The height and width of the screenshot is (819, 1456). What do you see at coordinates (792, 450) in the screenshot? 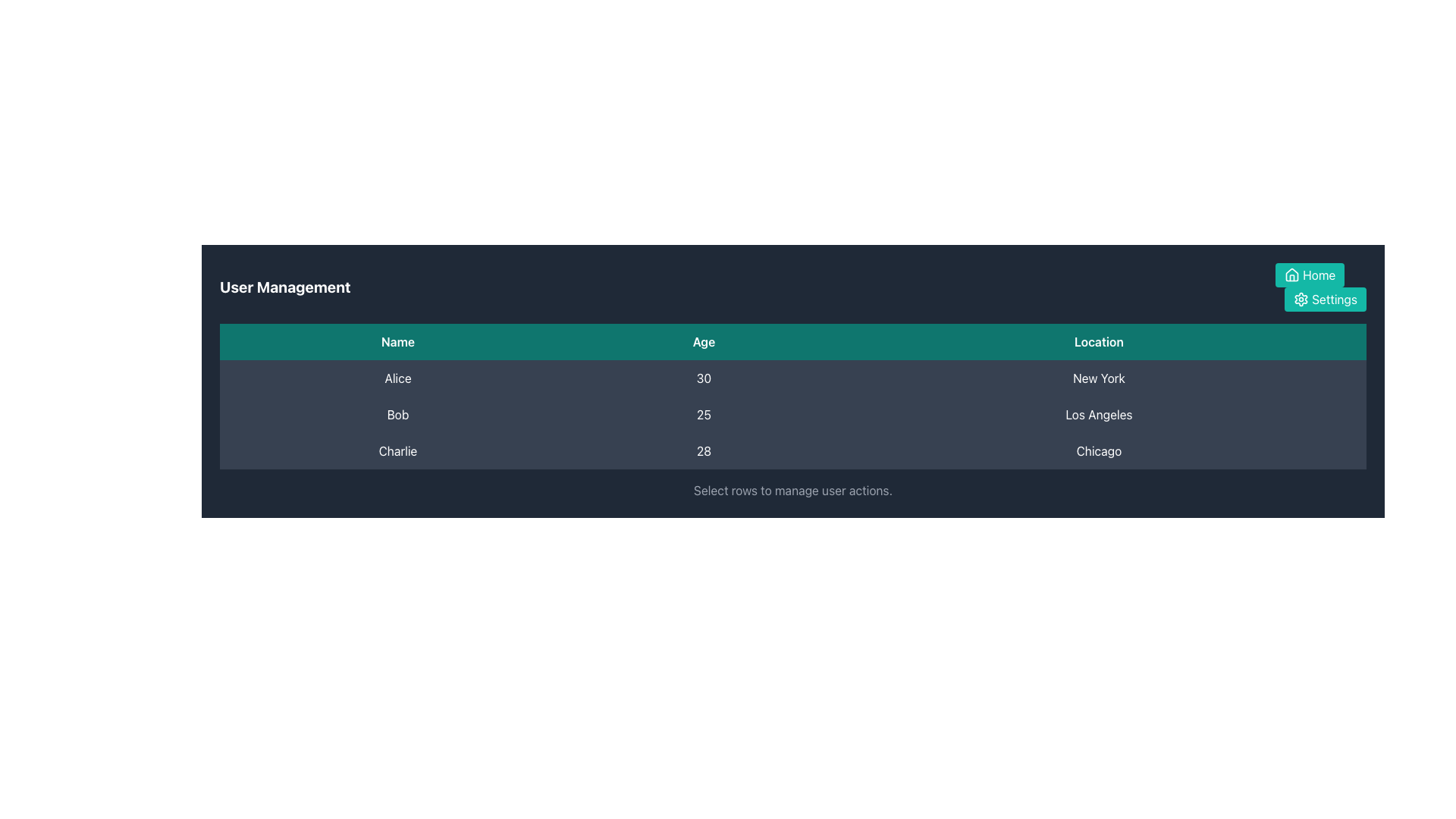
I see `the third row in the data table of the 'User Management' section that contains information about user 'Charlie', aged 28, located in Chicago` at bounding box center [792, 450].